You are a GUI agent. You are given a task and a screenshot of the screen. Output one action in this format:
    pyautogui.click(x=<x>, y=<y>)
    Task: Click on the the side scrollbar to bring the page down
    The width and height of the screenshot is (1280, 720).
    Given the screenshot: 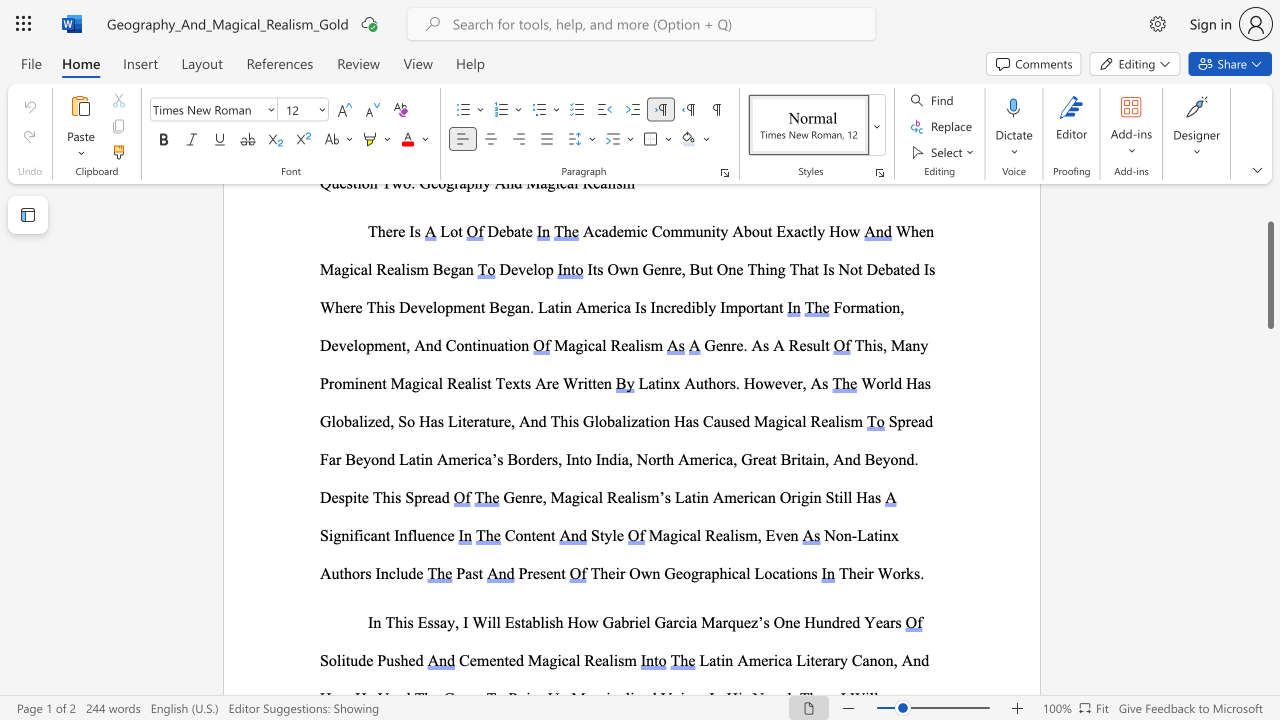 What is the action you would take?
    pyautogui.click(x=1269, y=640)
    